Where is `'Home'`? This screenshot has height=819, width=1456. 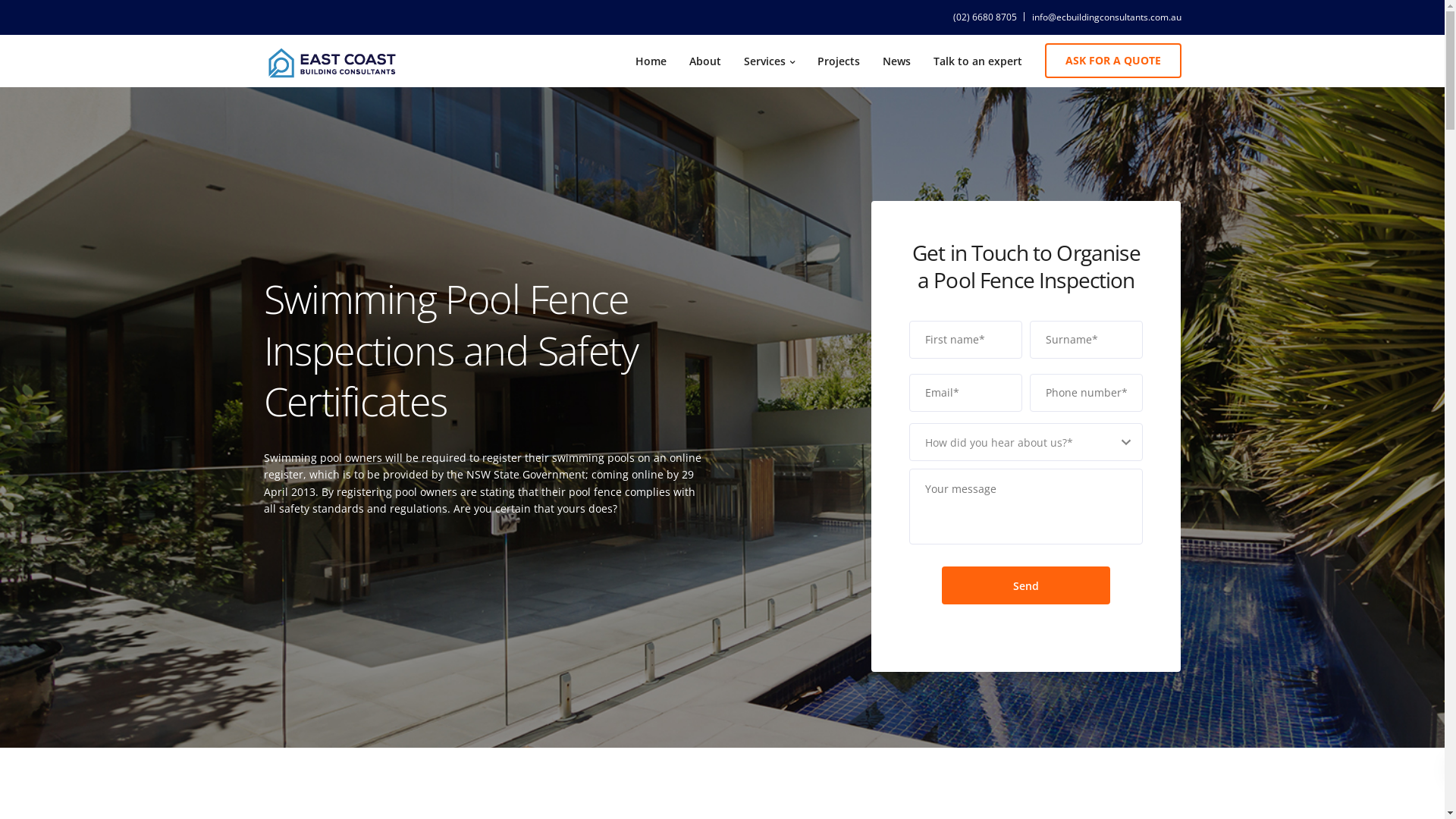
'Home' is located at coordinates (650, 60).